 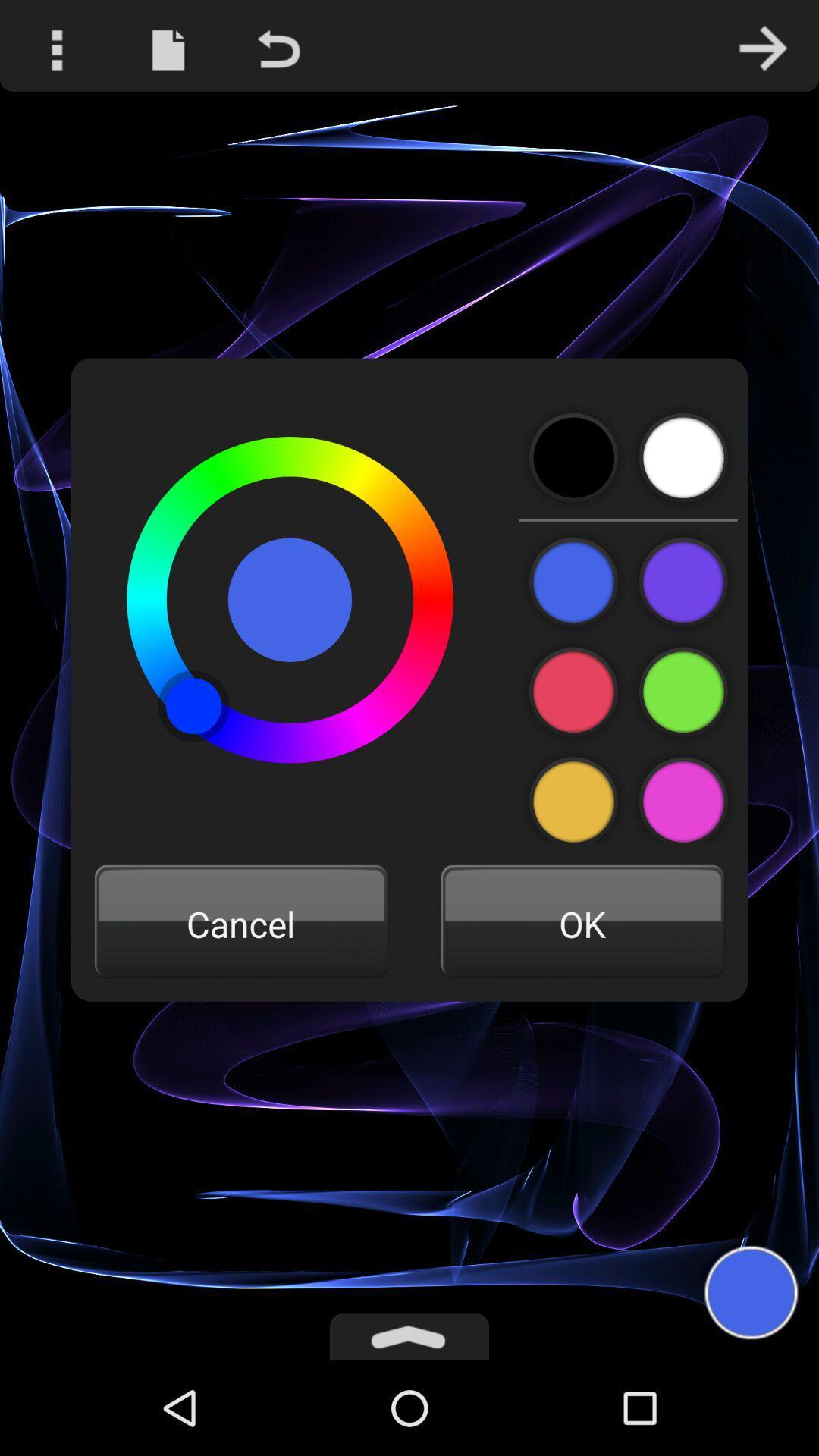 What do you see at coordinates (574, 582) in the screenshot?
I see `color` at bounding box center [574, 582].